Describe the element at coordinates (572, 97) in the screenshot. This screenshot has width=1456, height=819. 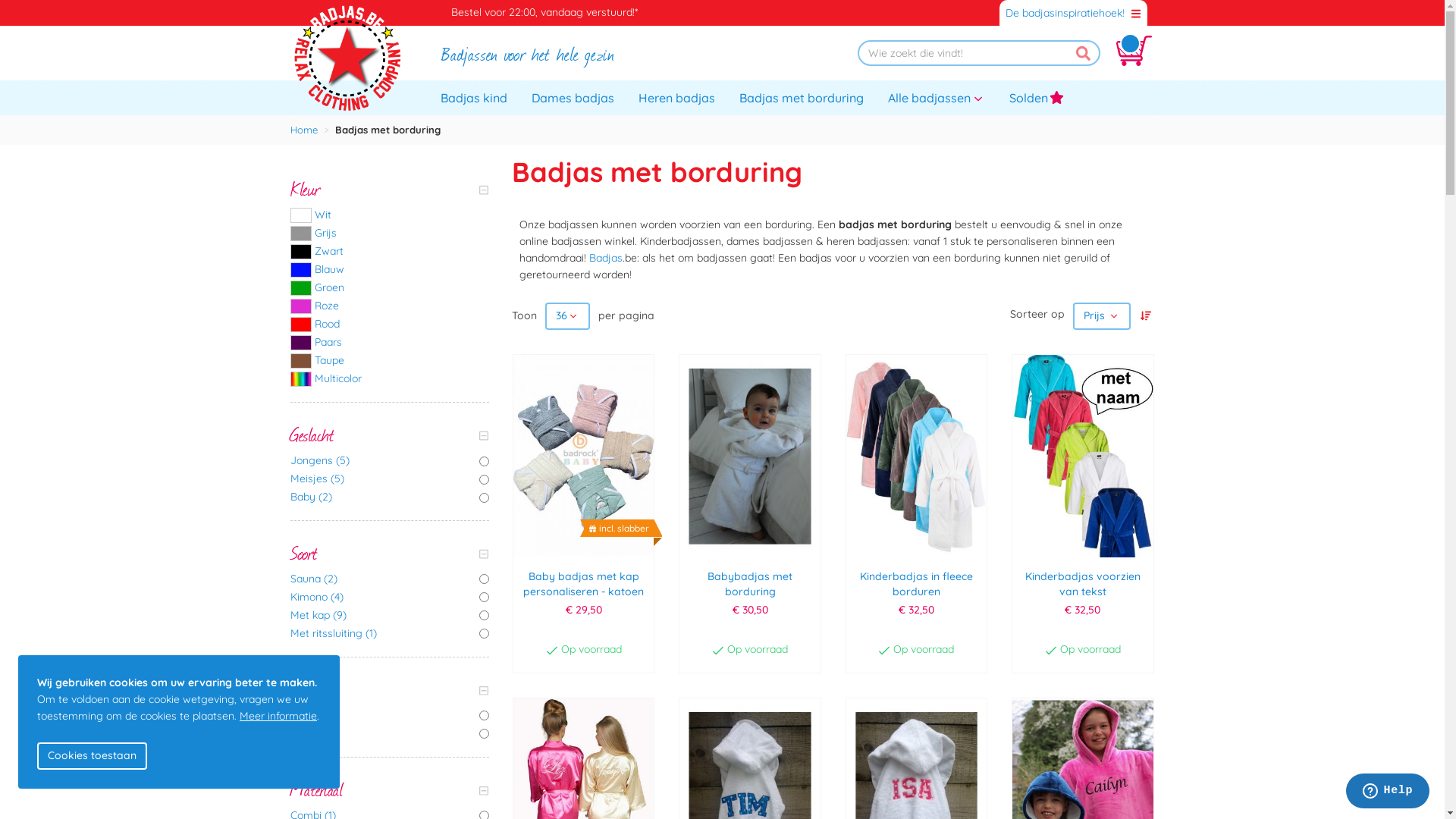
I see `'Dames badjas'` at that location.